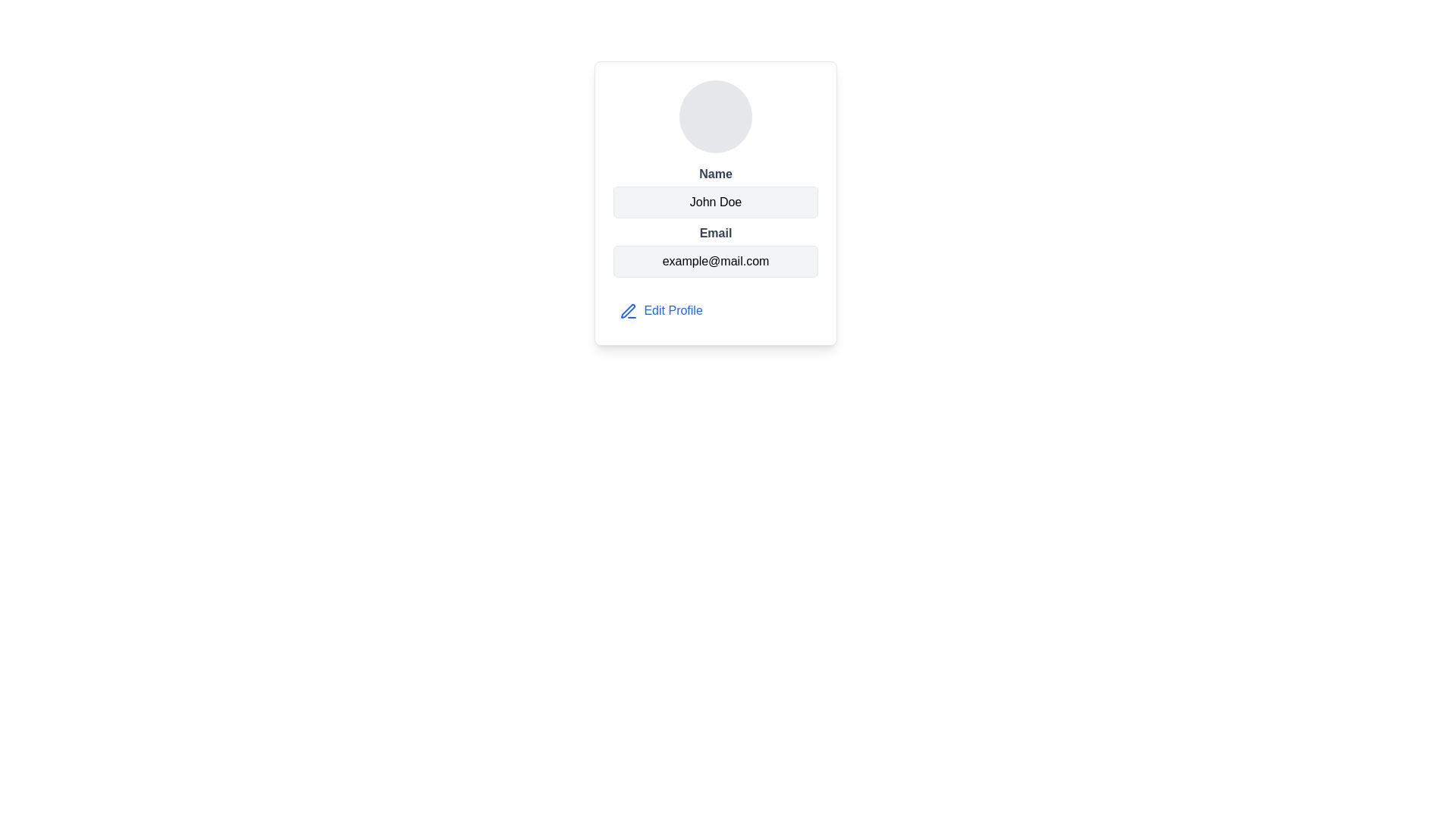  Describe the element at coordinates (715, 174) in the screenshot. I see `the static text label indicating the field for the subsequent text block displaying 'John Doe'` at that location.